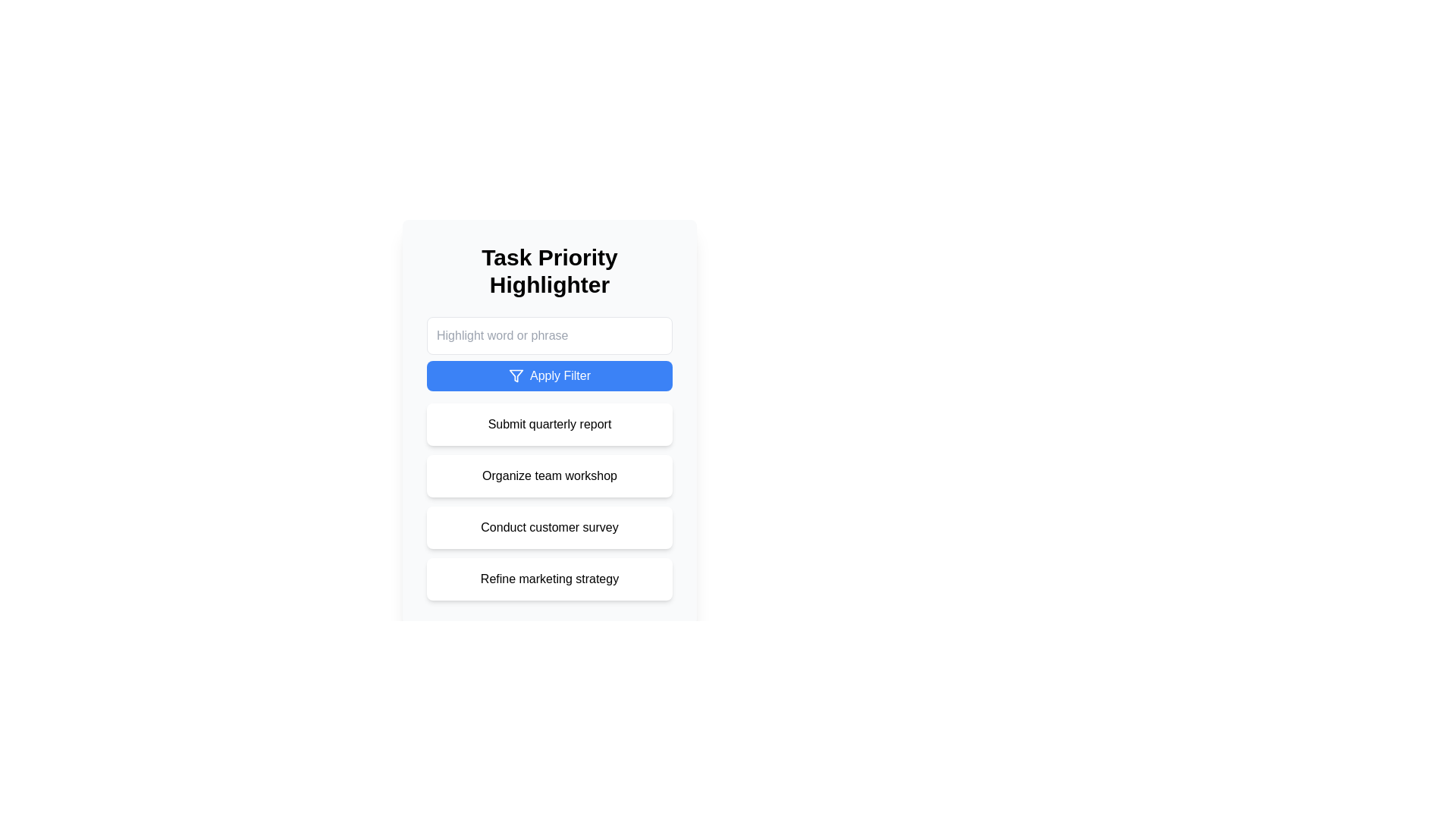 The width and height of the screenshot is (1456, 819). I want to click on the button labeled 'Organize team workshop', so click(548, 475).